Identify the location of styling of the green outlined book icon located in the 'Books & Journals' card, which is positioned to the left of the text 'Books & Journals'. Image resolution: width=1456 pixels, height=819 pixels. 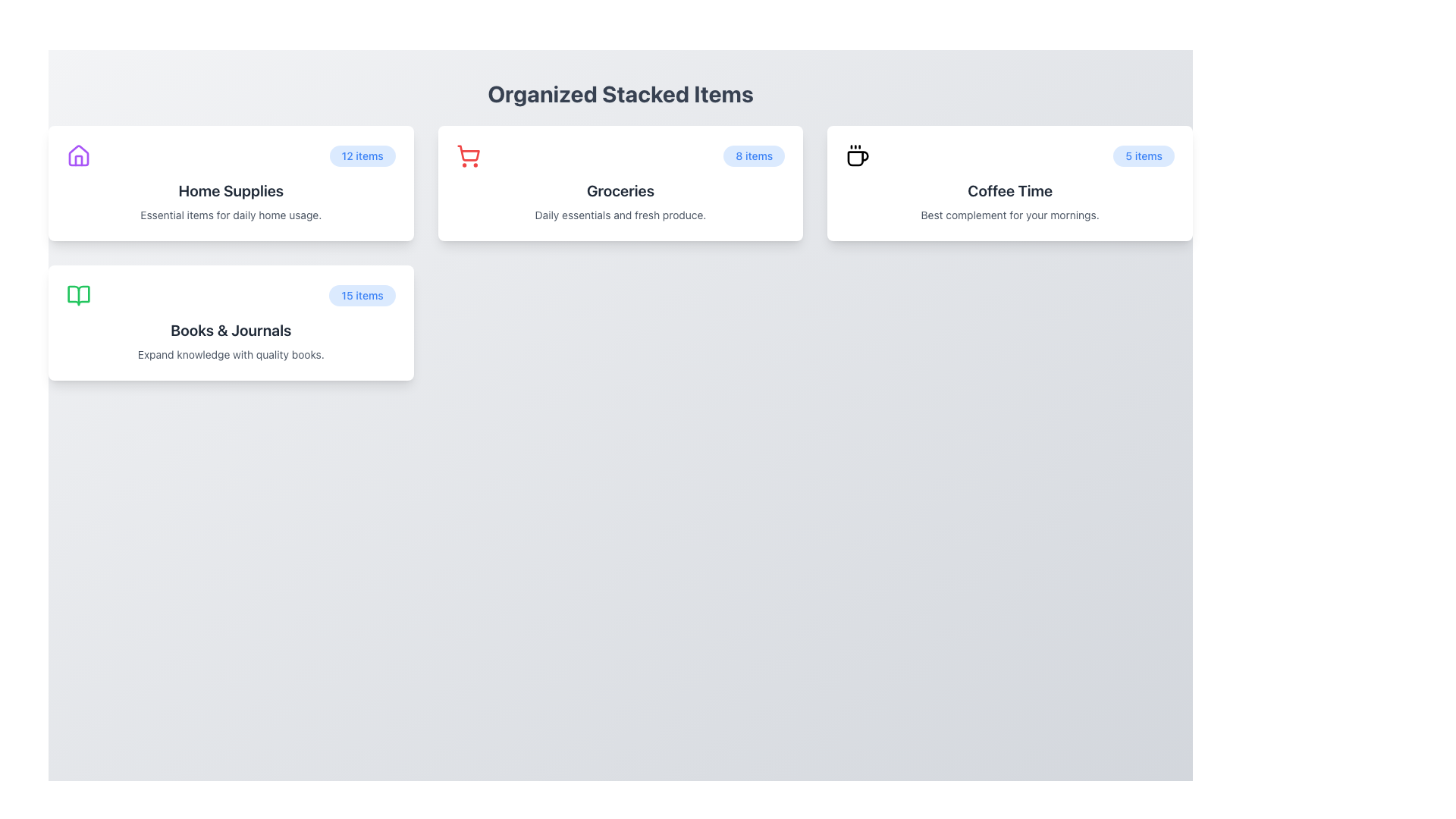
(78, 295).